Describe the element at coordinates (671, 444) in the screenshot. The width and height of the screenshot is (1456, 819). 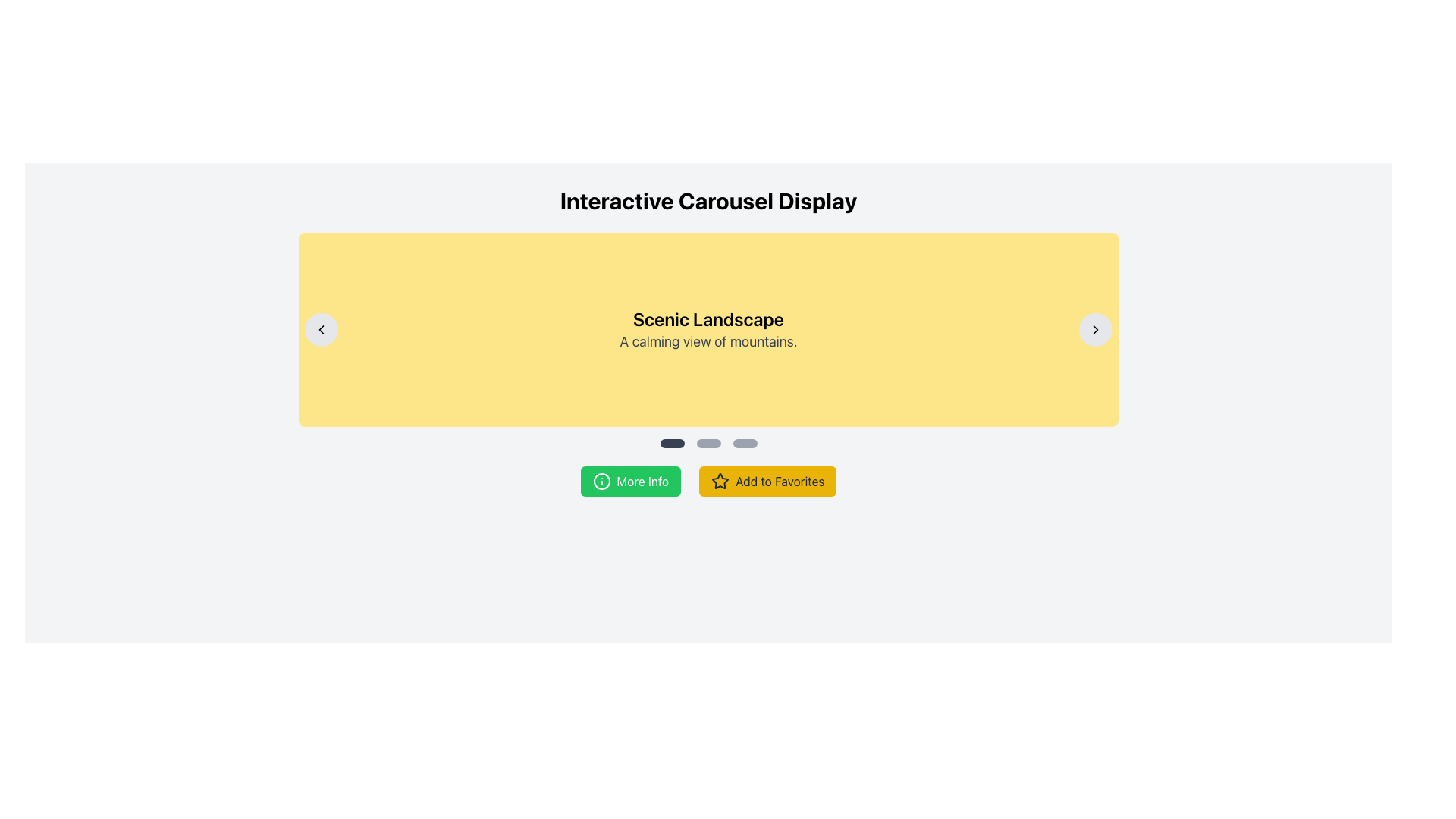
I see `the first Navigation Indicator, which is a visual and interactive element for navigating a carousel display, positioned horizontally below the central image` at that location.